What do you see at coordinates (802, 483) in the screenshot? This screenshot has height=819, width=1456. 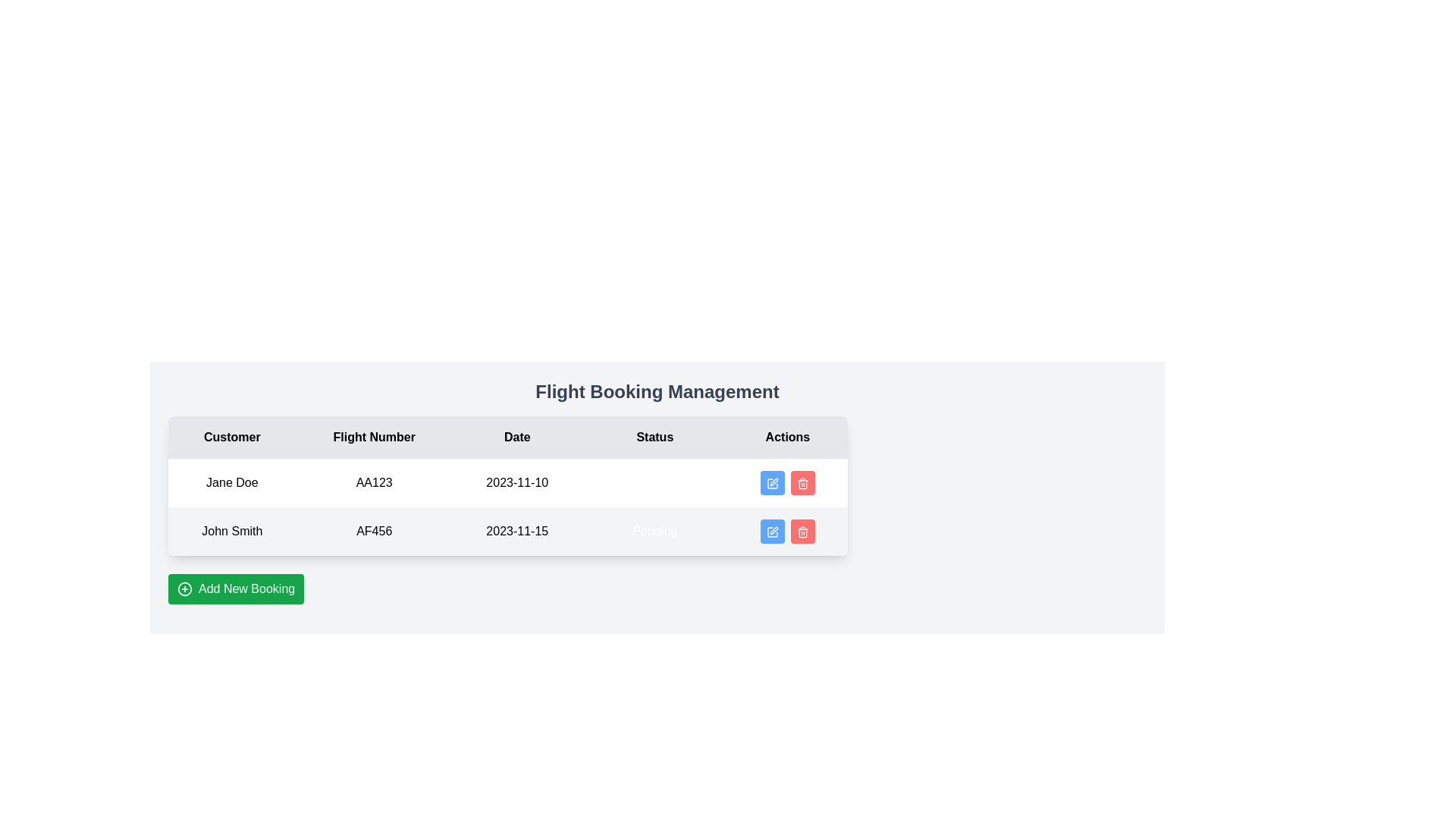 I see `the trash bin icon with a red background located in the Actions column of the table, next to the blue edit icon` at bounding box center [802, 483].